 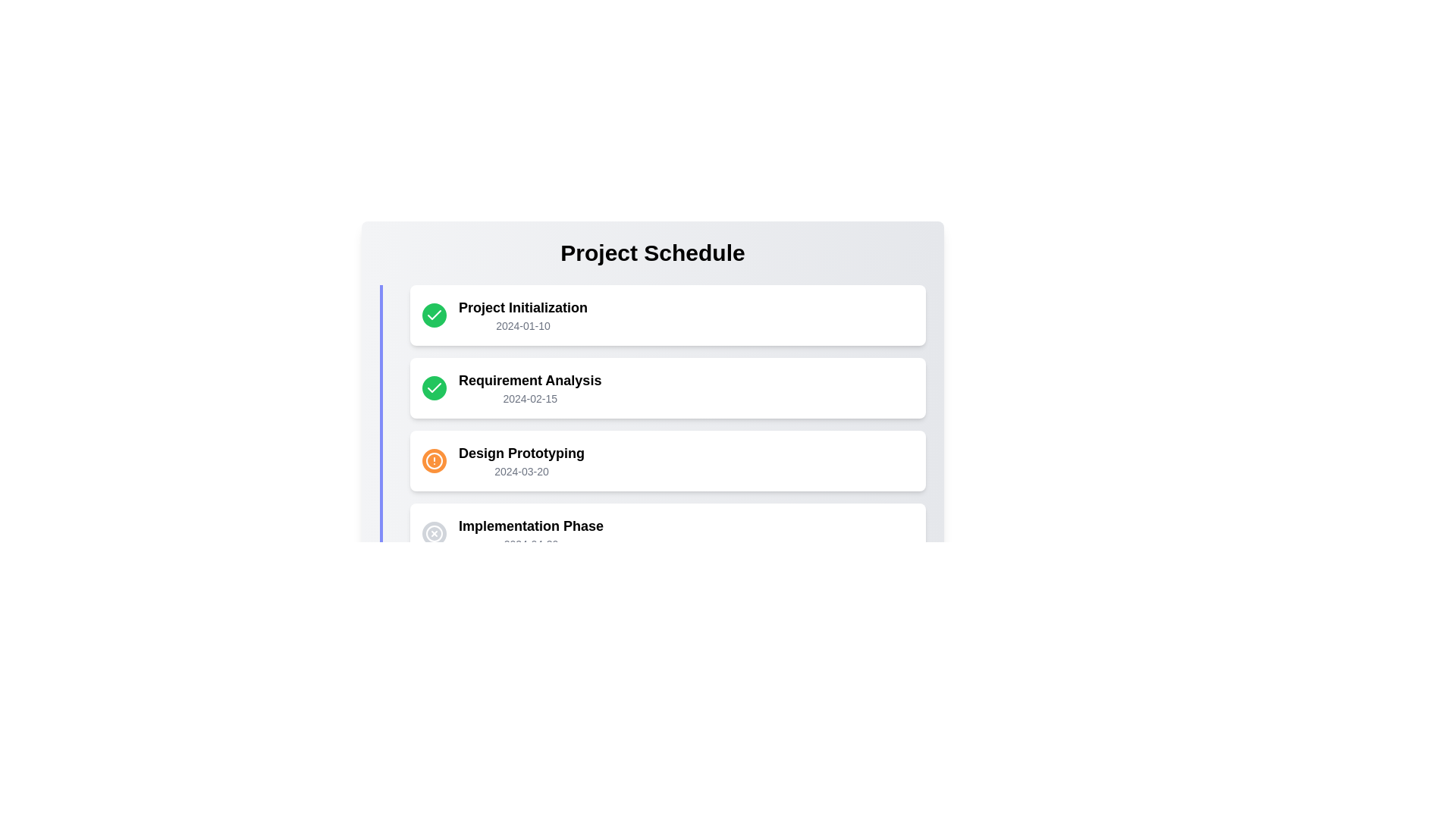 I want to click on the checkmark icon displayed in a green circle background next to the text 'Project Initialization' in the project schedule section, so click(x=433, y=387).